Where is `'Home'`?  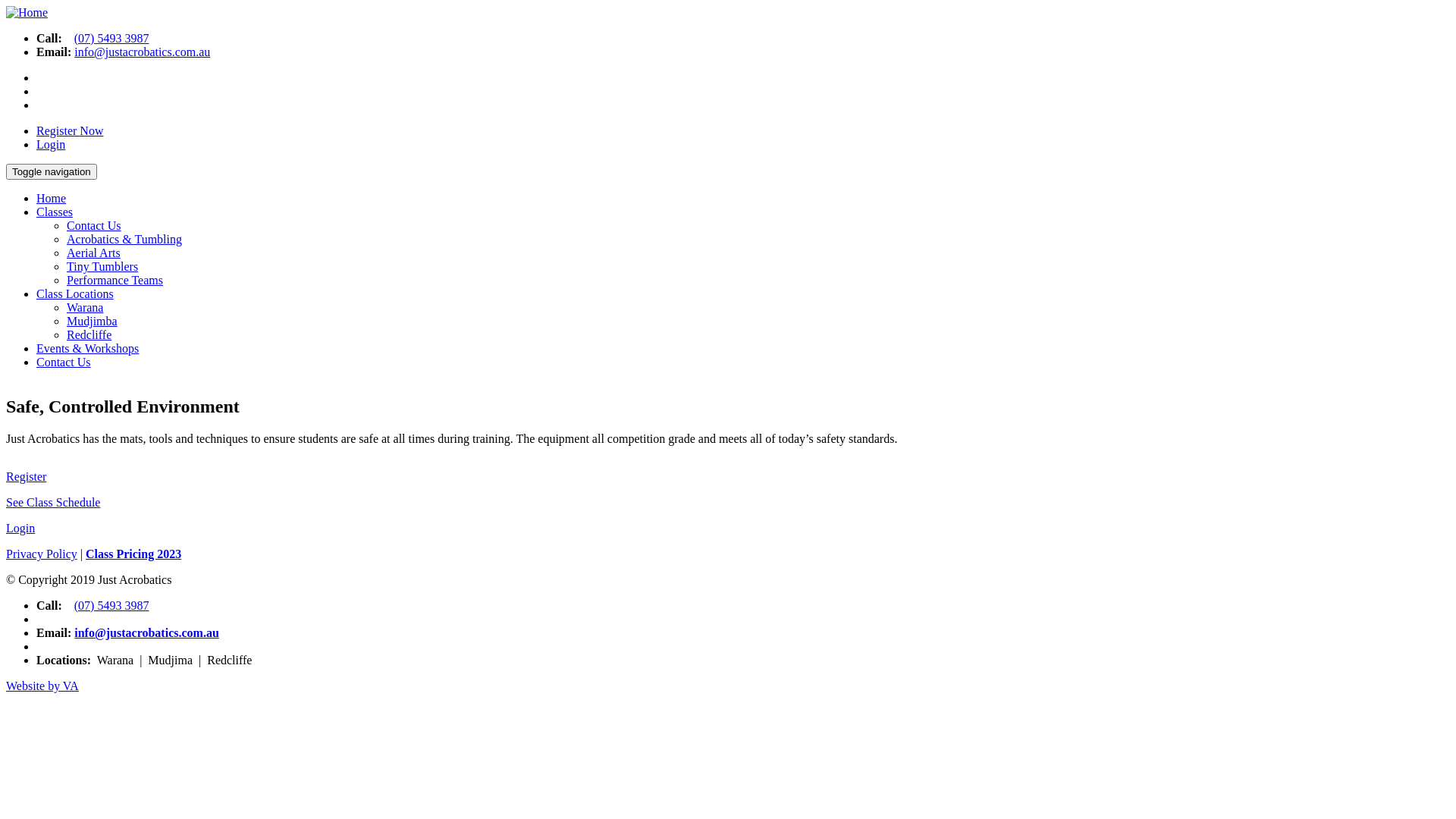
'Home' is located at coordinates (51, 197).